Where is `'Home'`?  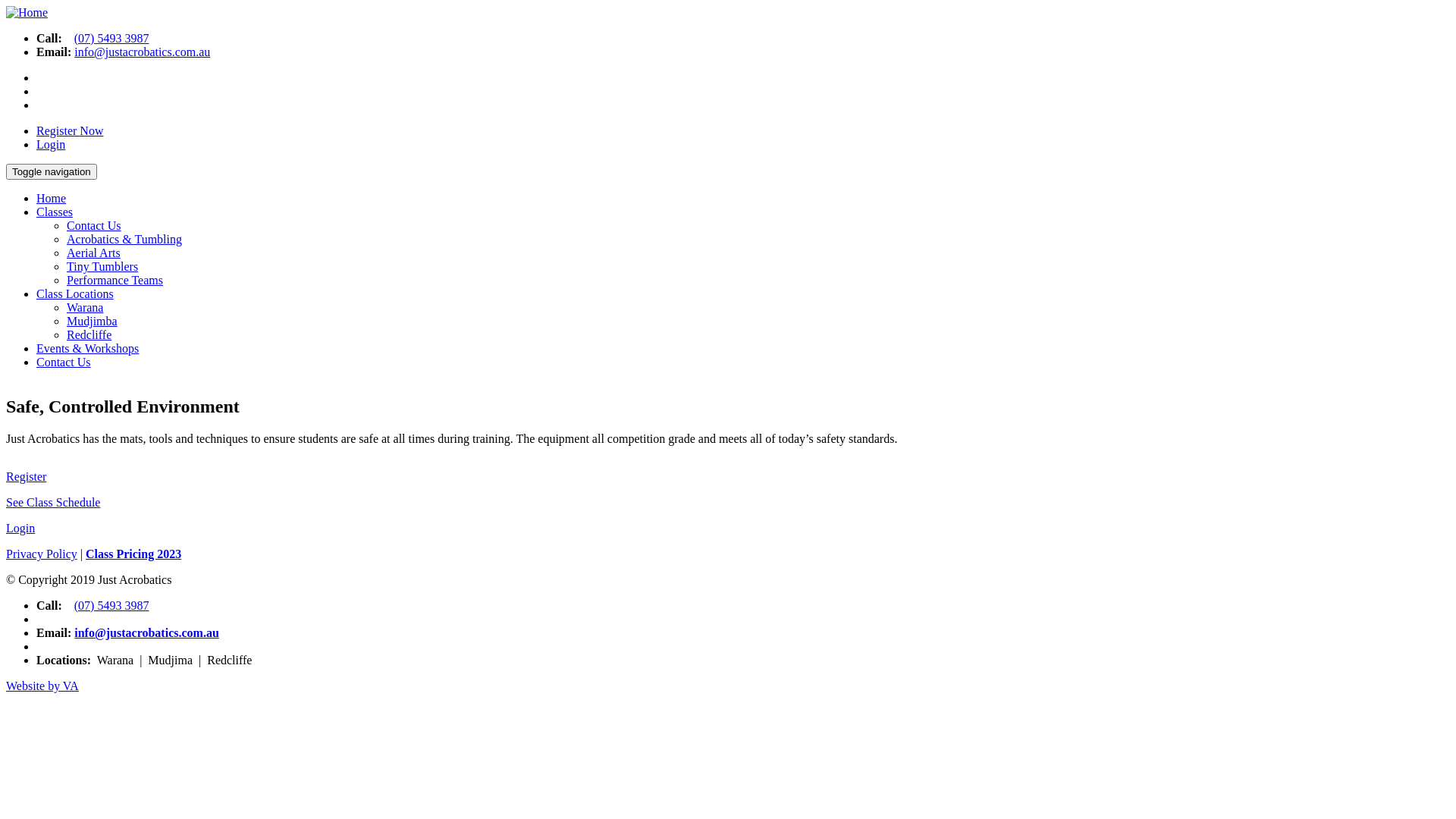
'Home' is located at coordinates (51, 197).